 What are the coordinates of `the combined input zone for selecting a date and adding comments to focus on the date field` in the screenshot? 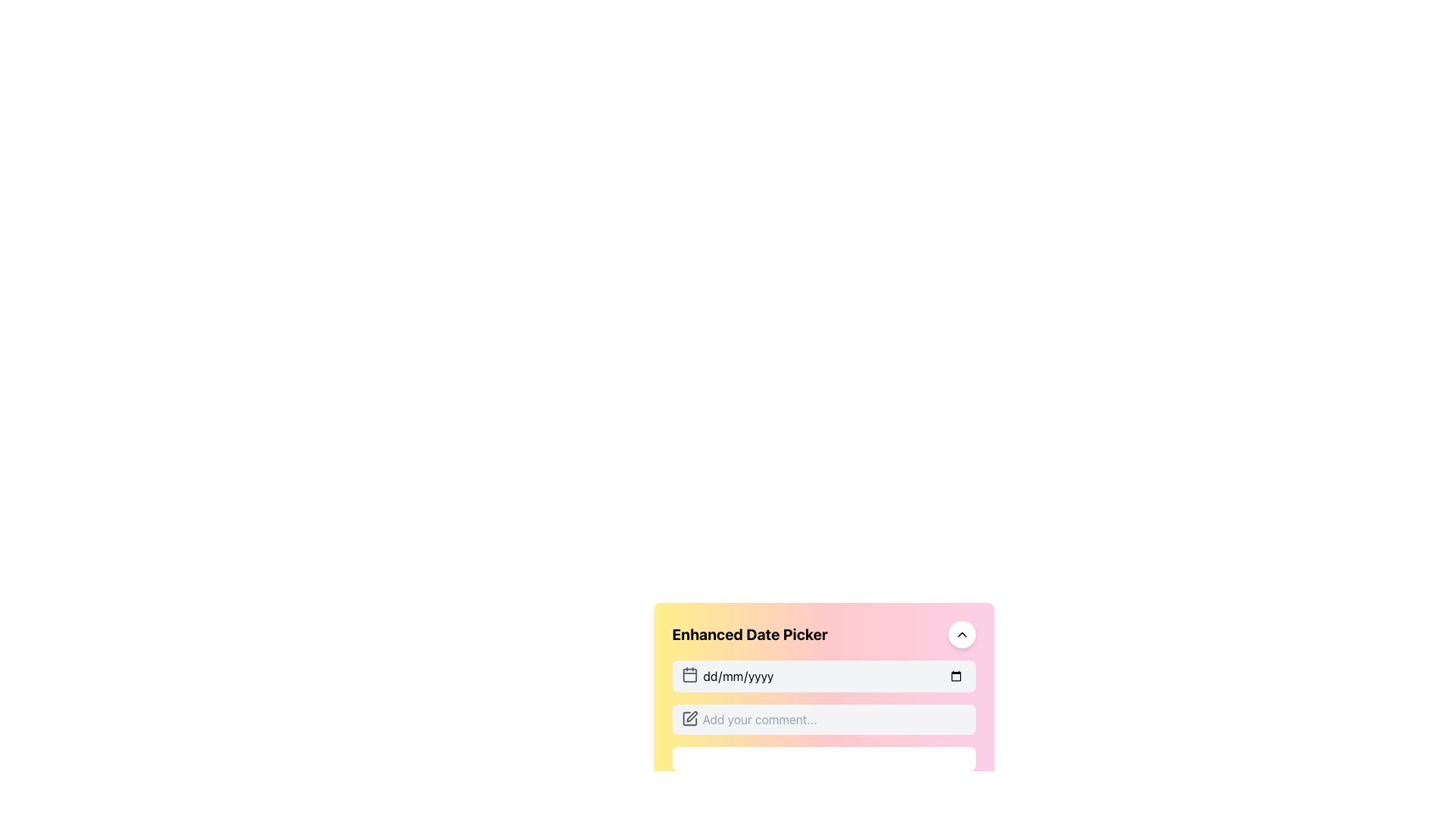 It's located at (823, 716).